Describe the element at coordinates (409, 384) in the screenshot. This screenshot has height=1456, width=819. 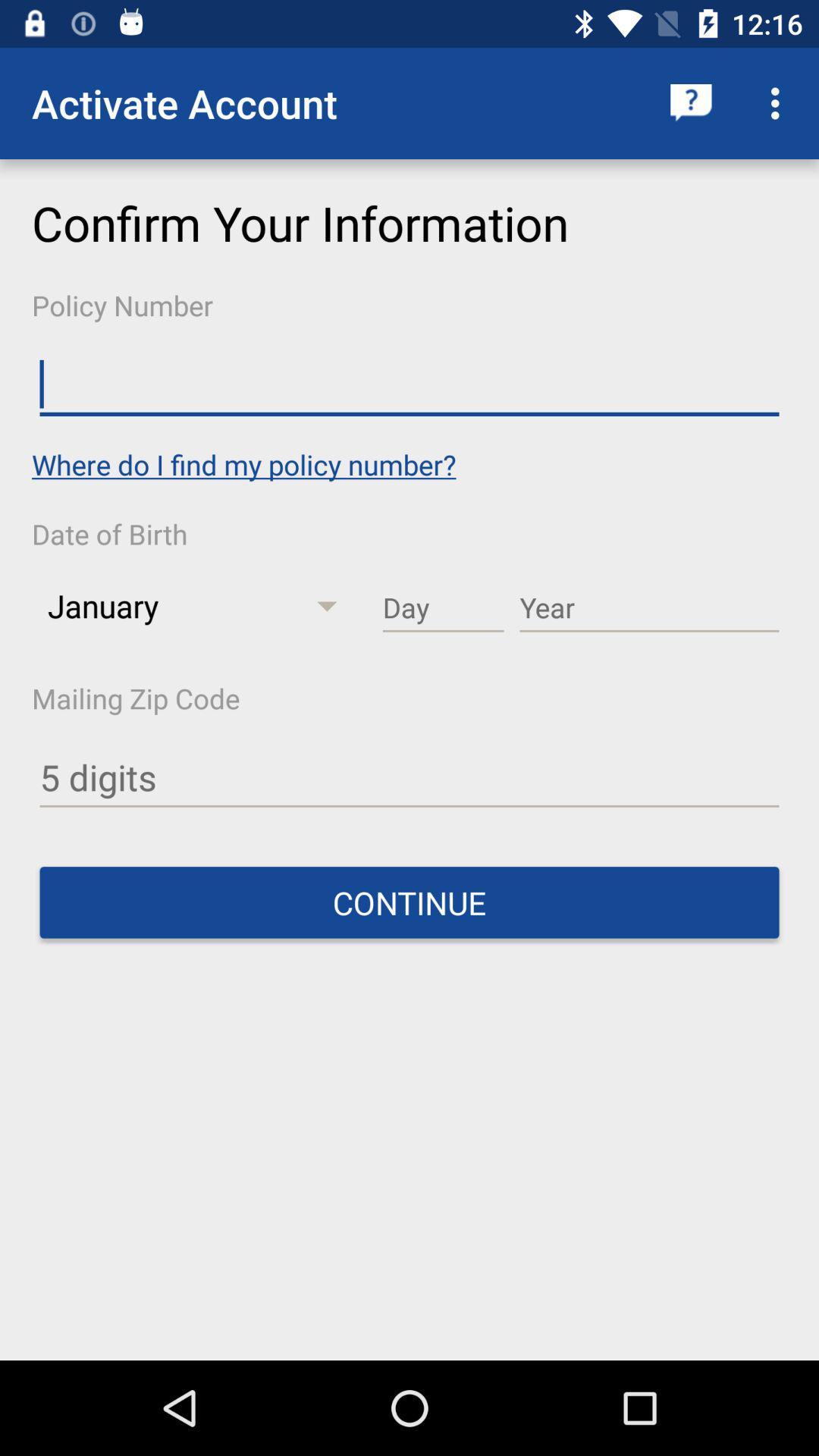
I see `icon below policy number icon` at that location.